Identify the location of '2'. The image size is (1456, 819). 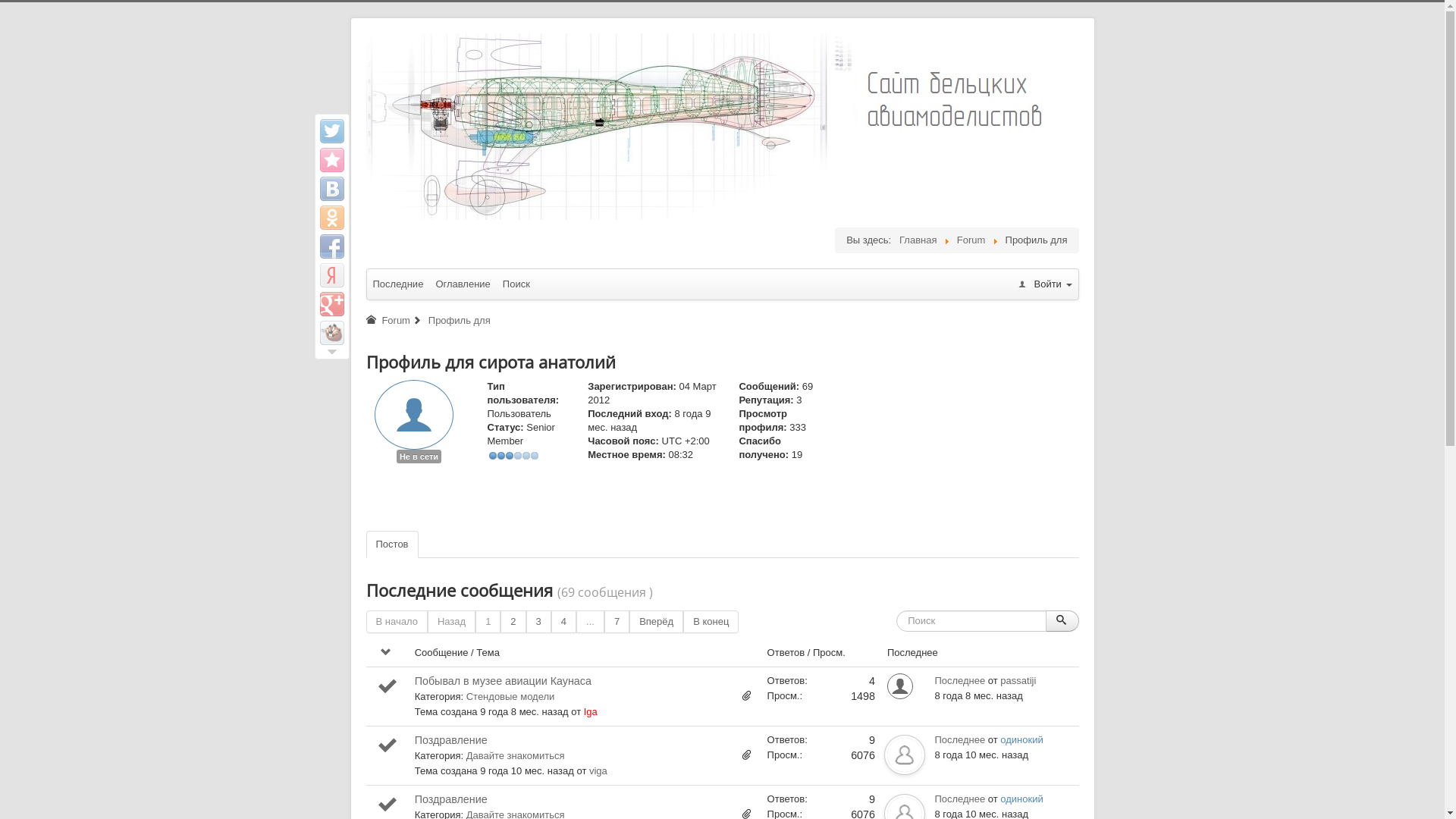
(513, 622).